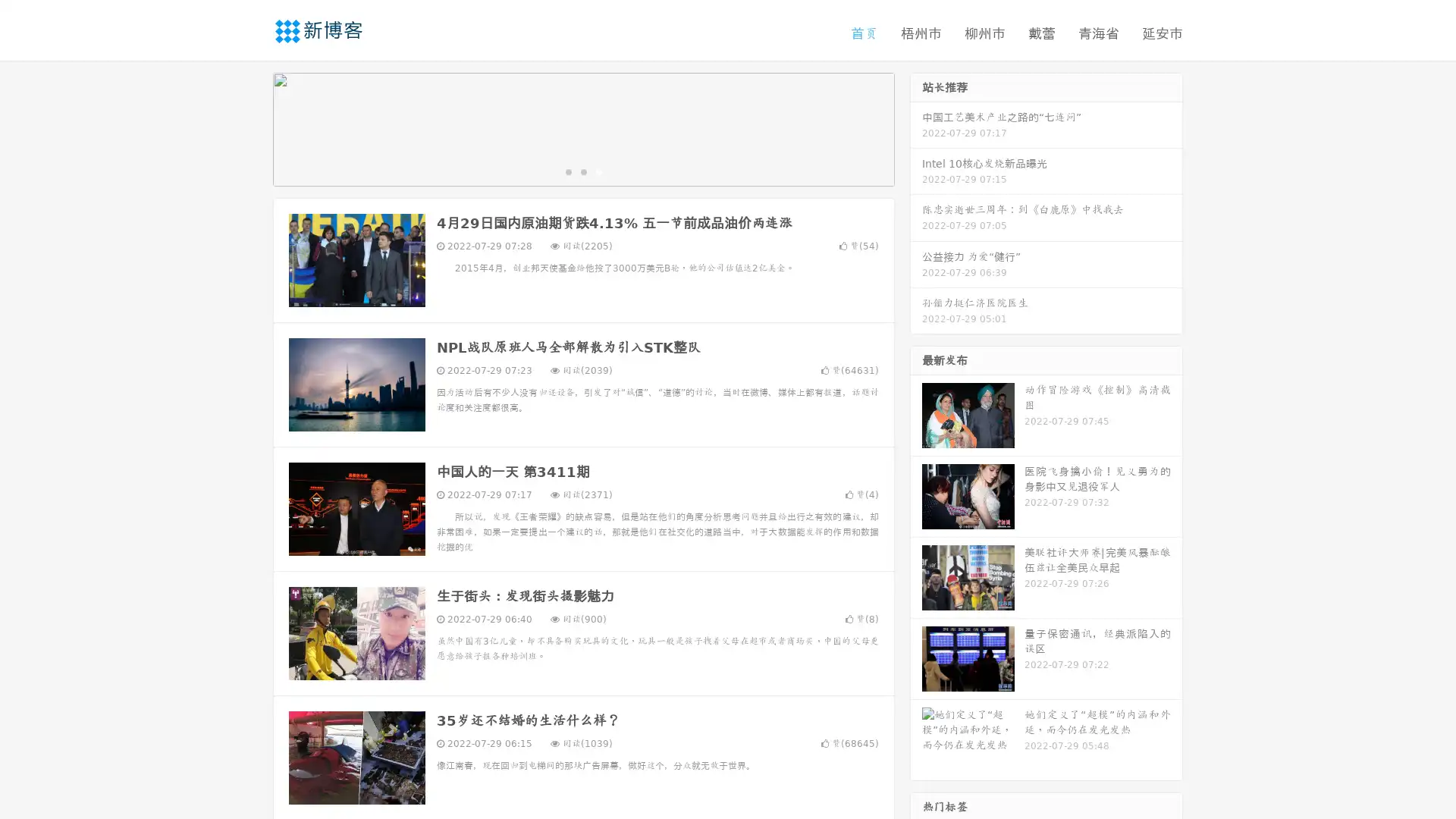 The height and width of the screenshot is (819, 1456). What do you see at coordinates (250, 127) in the screenshot?
I see `Previous slide` at bounding box center [250, 127].